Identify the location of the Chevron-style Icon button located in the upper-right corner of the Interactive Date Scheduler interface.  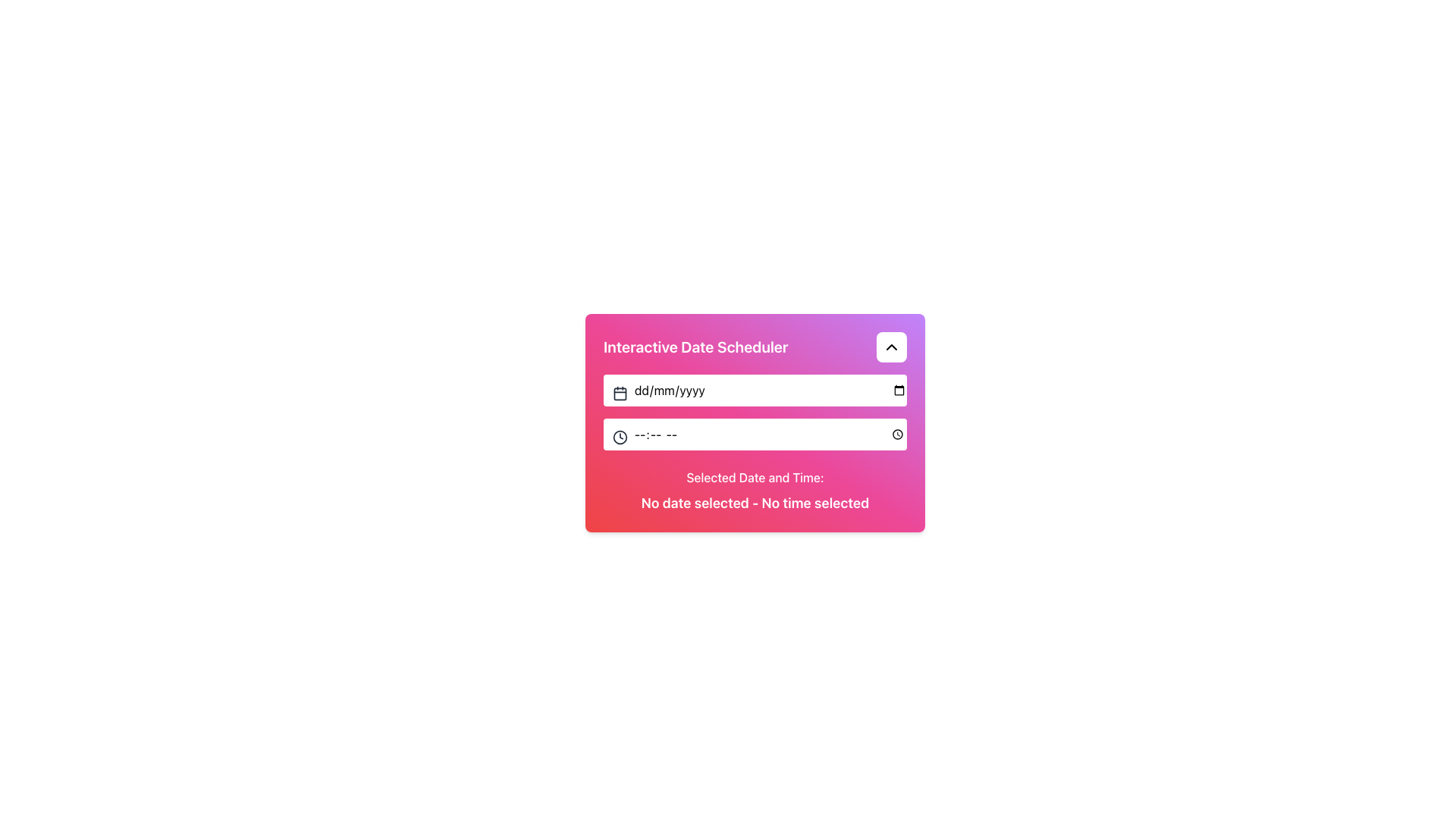
(892, 347).